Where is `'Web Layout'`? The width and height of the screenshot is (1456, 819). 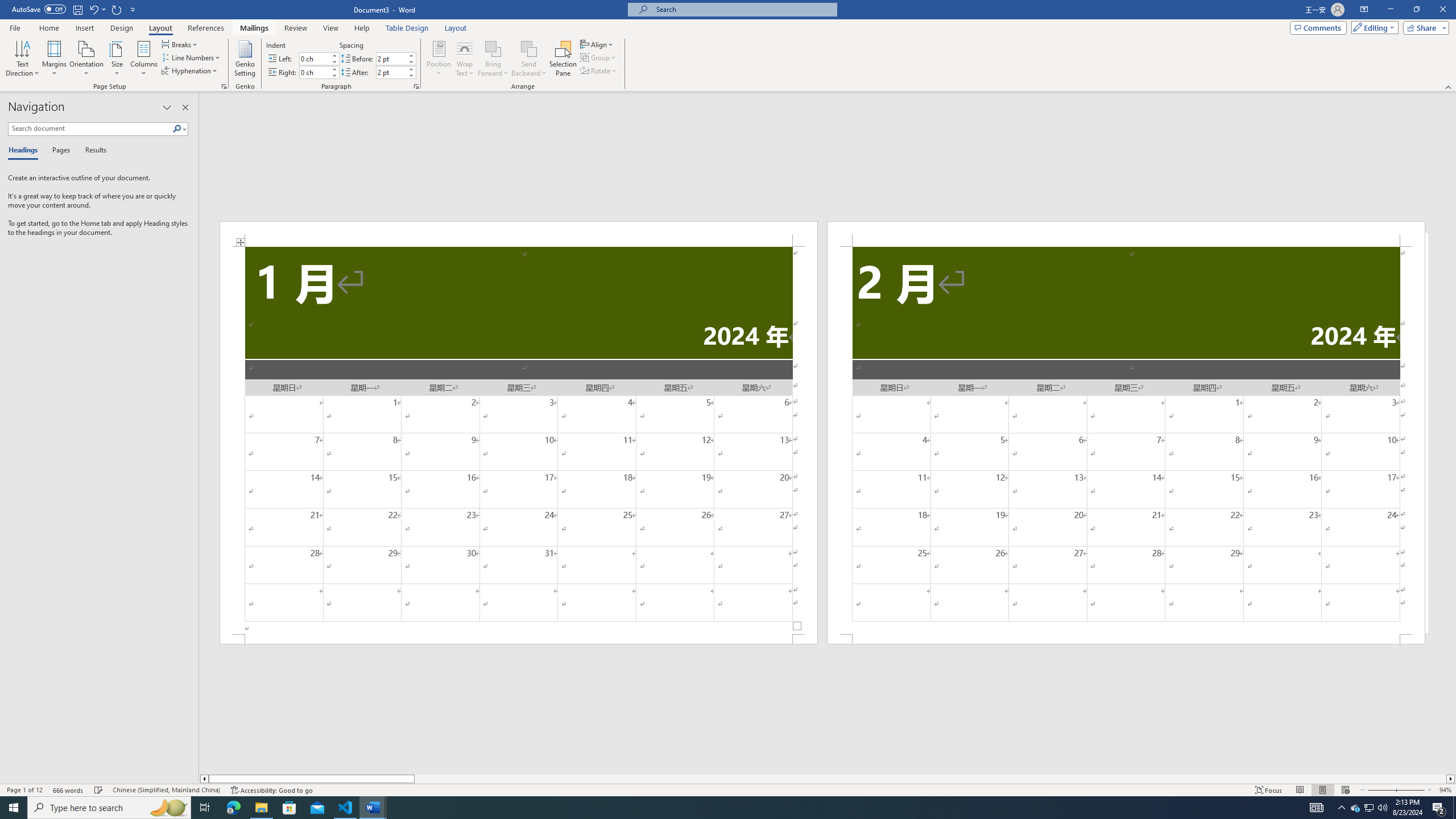 'Web Layout' is located at coordinates (1345, 790).